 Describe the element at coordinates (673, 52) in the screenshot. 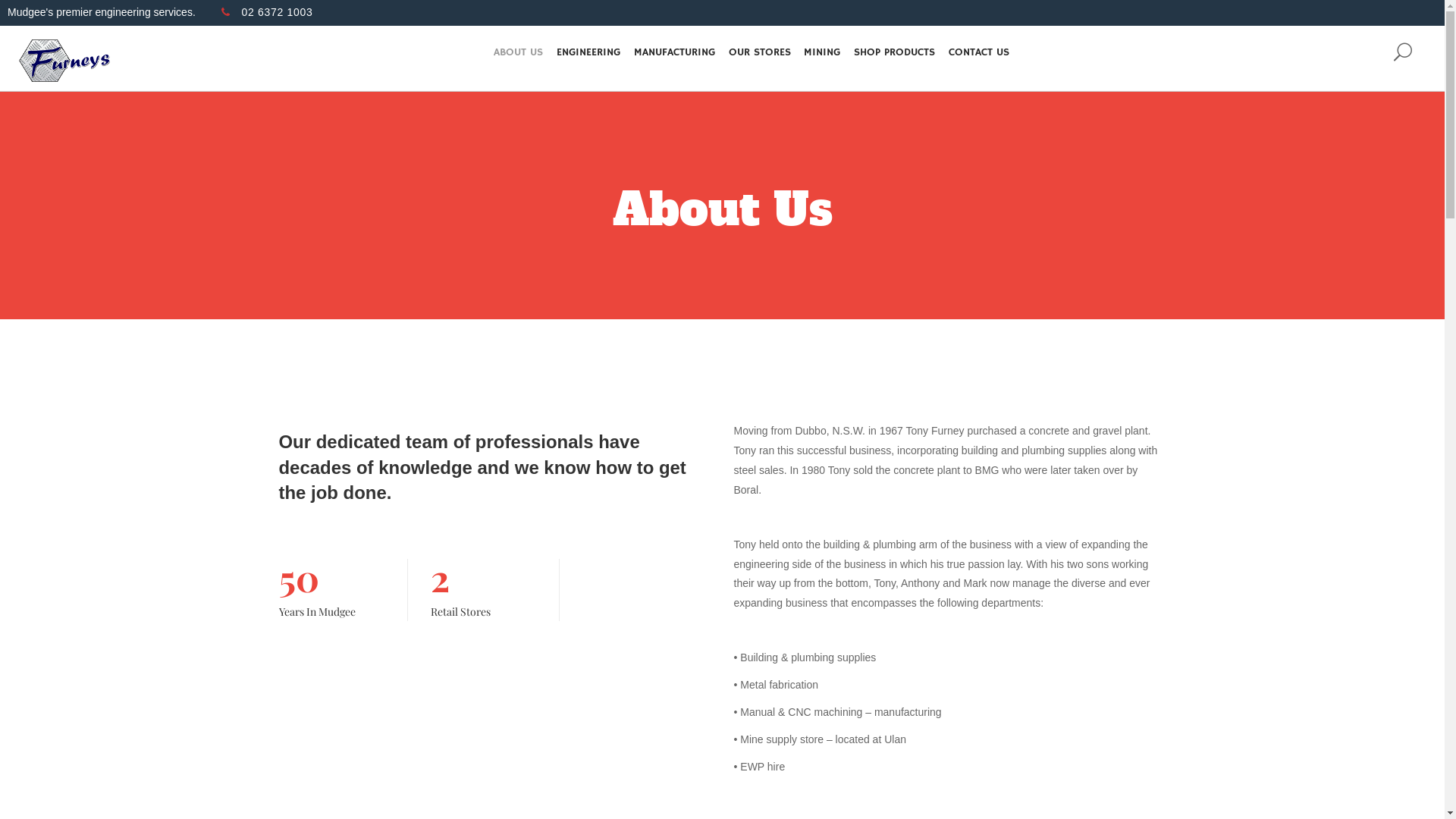

I see `'MANUFACTURING'` at that location.